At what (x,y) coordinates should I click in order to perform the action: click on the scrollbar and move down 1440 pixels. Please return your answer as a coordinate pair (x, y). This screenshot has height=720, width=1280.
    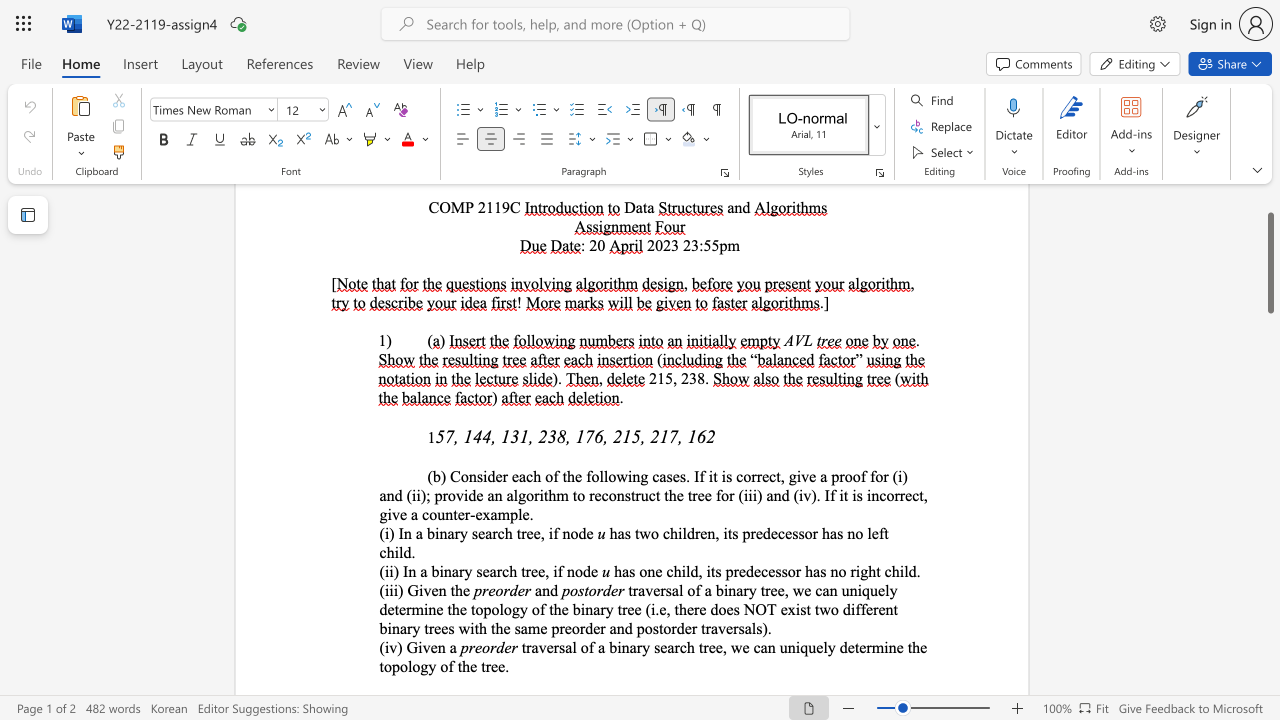
    Looking at the image, I should click on (1269, 262).